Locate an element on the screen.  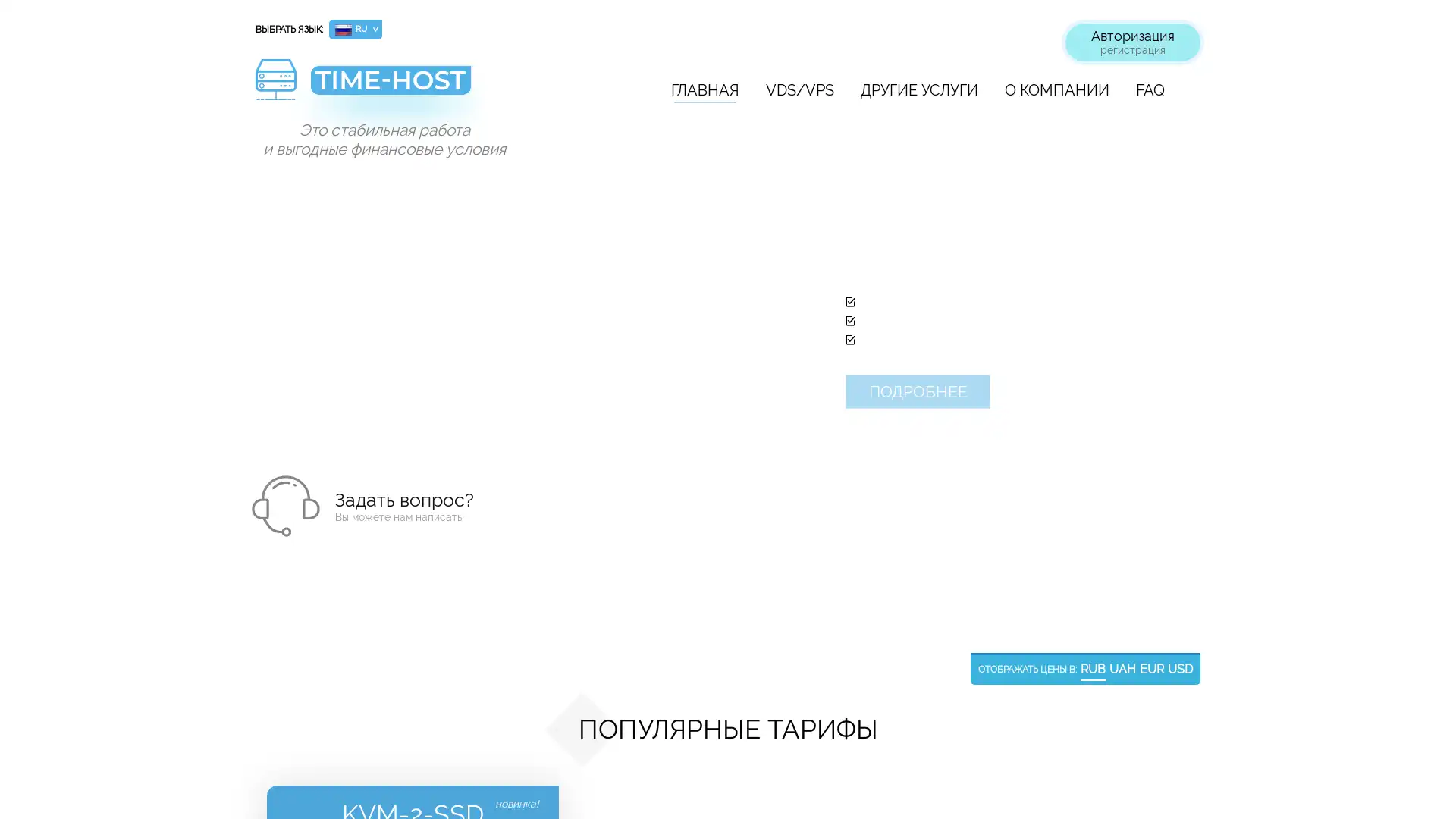
es ES is located at coordinates (355, 127).